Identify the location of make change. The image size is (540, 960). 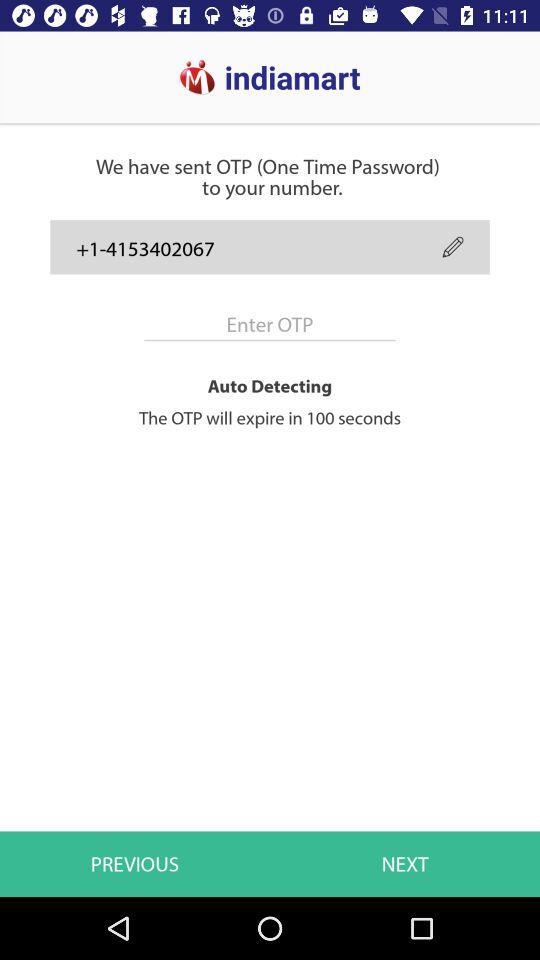
(453, 246).